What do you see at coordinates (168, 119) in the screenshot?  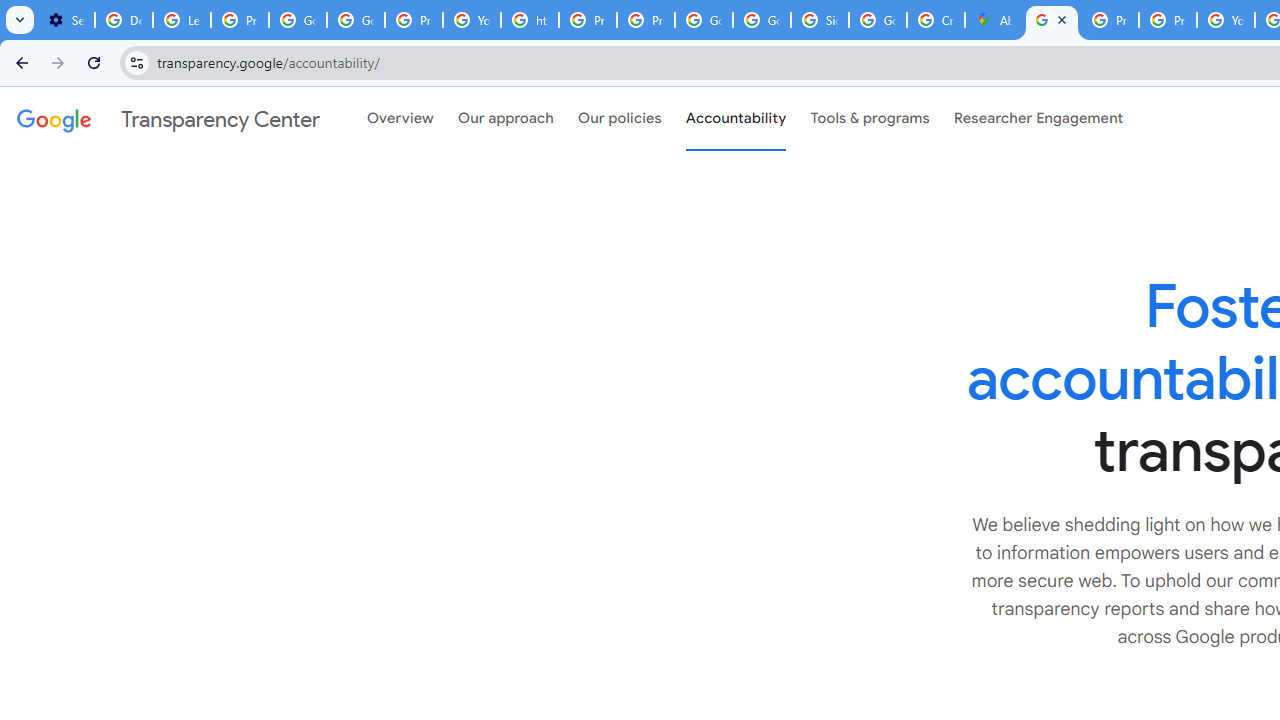 I see `'Transparency Center'` at bounding box center [168, 119].